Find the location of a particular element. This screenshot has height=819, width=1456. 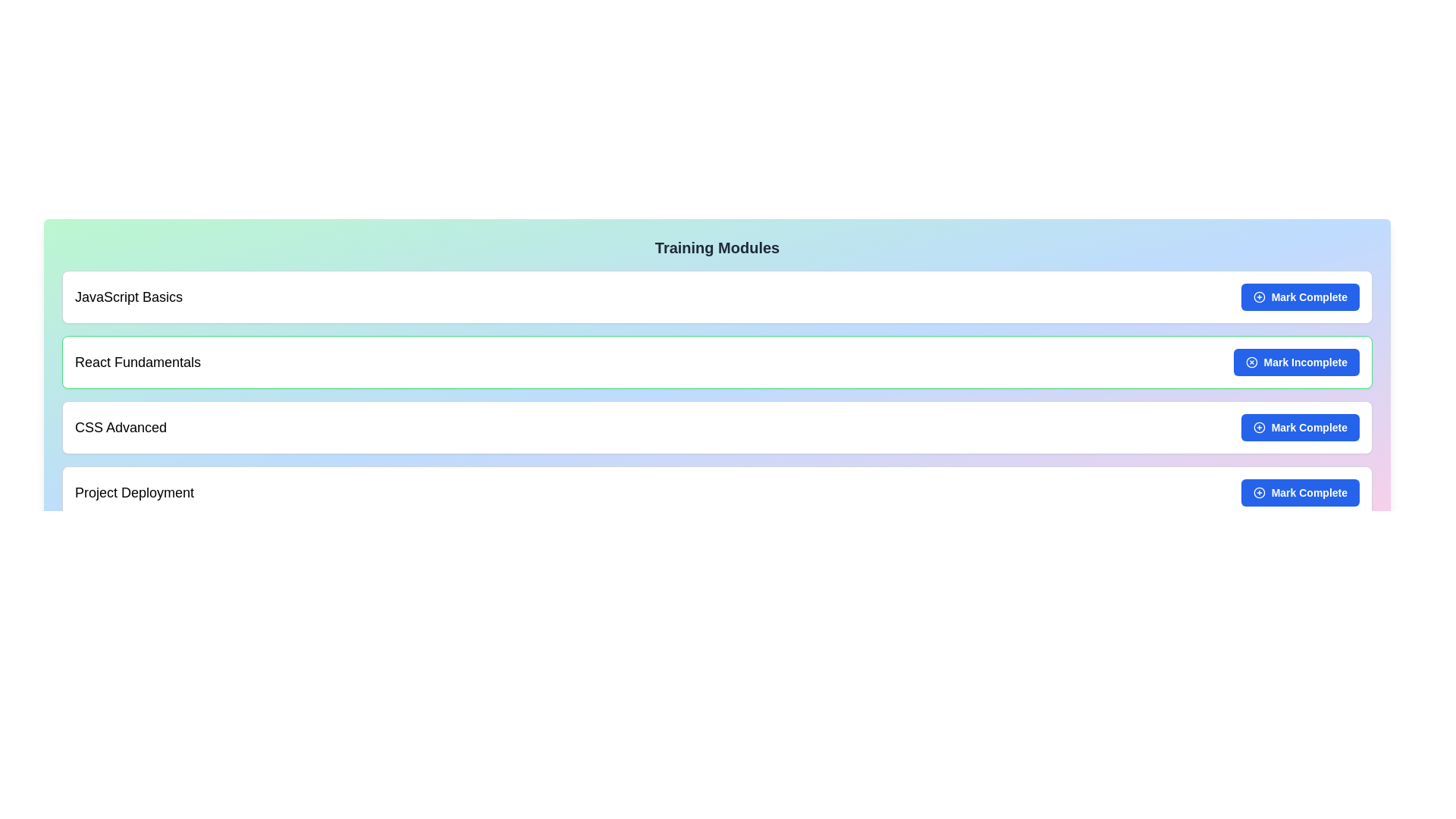

the text label displaying 'React Fundamentals' in bold black font, which is located within a card with white background and green borders is located at coordinates (138, 362).